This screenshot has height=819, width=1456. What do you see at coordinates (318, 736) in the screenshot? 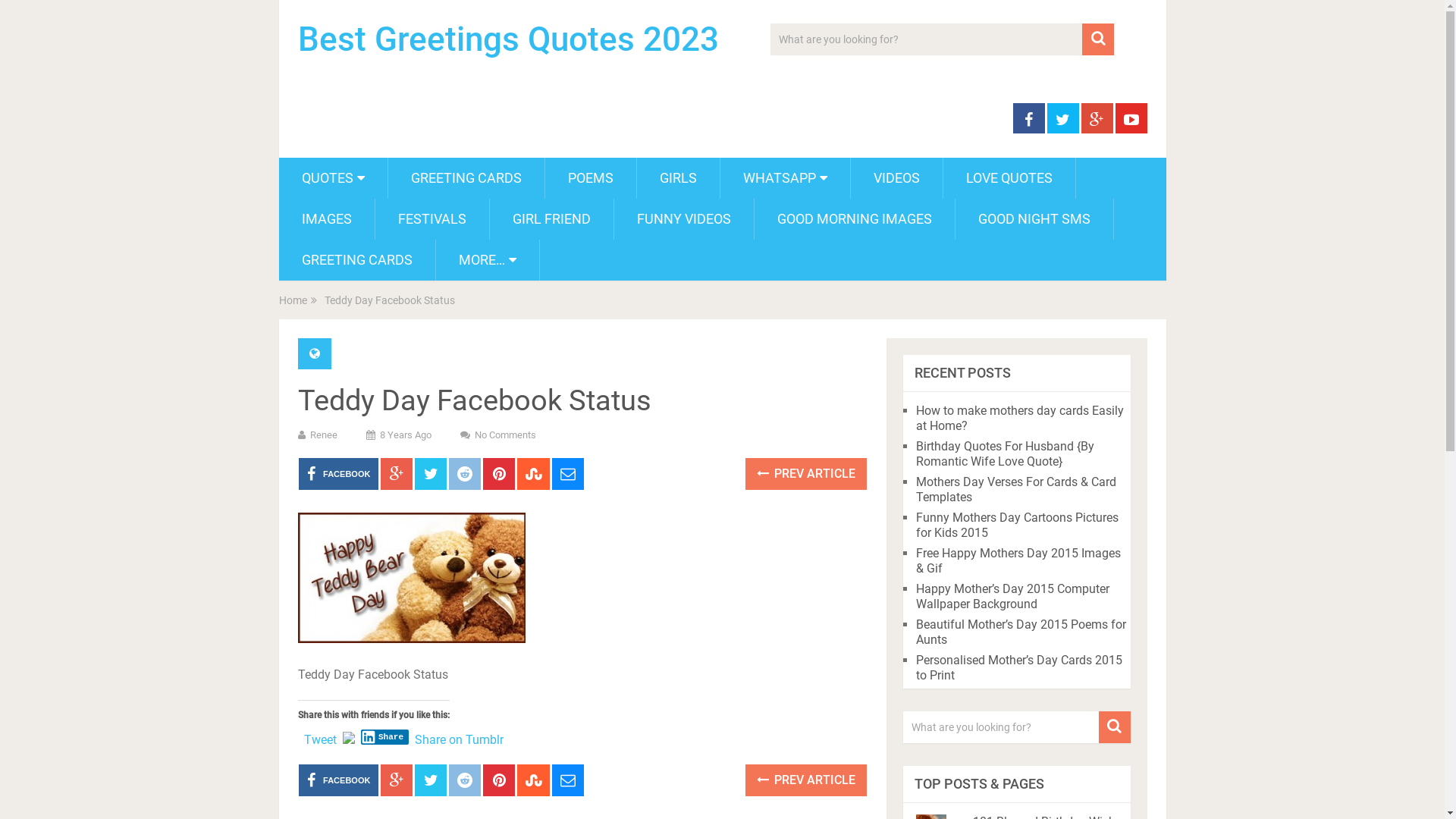
I see `'Tweet'` at bounding box center [318, 736].